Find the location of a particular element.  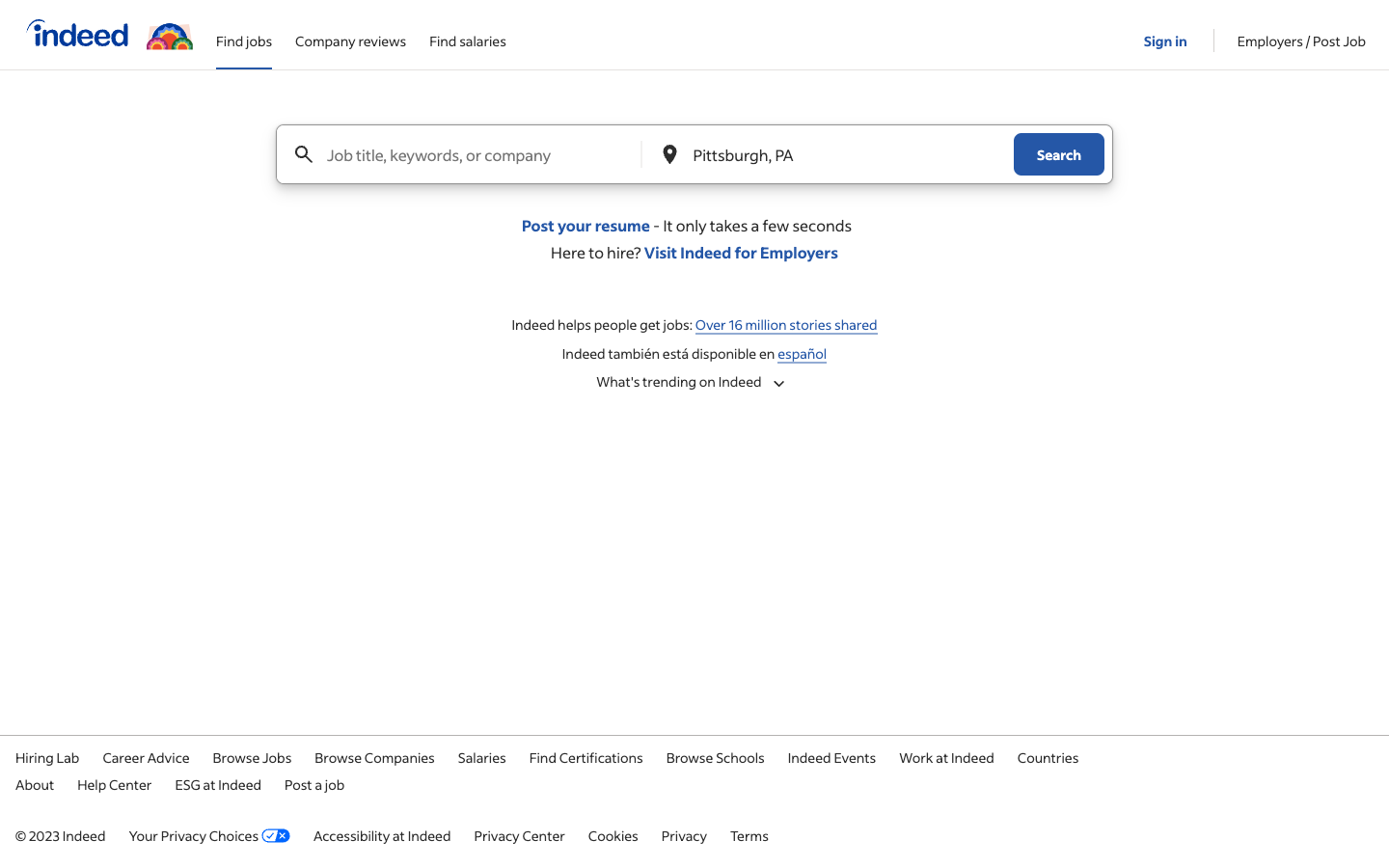

Upload your resume on the website is located at coordinates (585, 224).